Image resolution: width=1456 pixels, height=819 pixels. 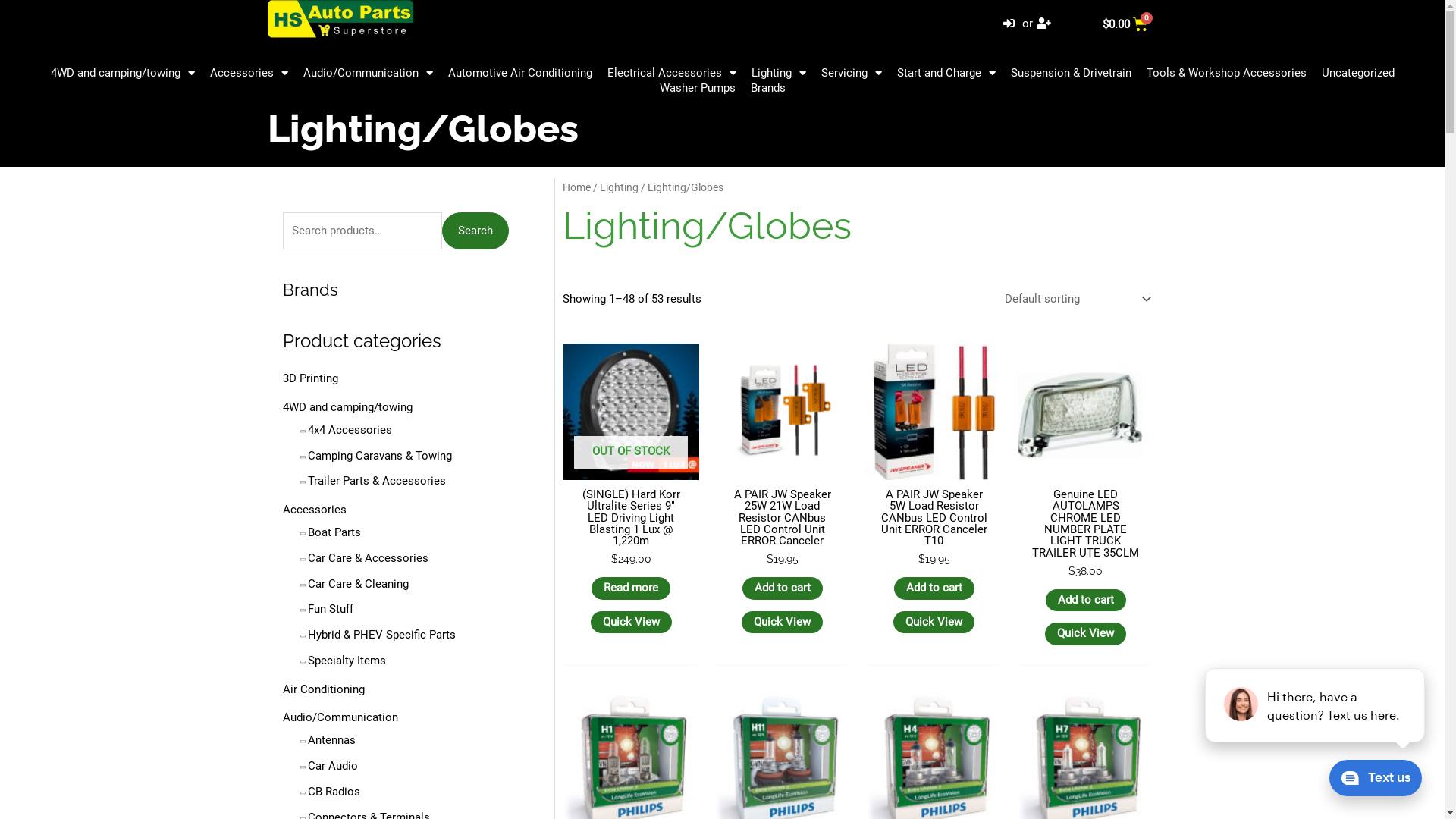 What do you see at coordinates (368, 558) in the screenshot?
I see `'Car Care & Accessories'` at bounding box center [368, 558].